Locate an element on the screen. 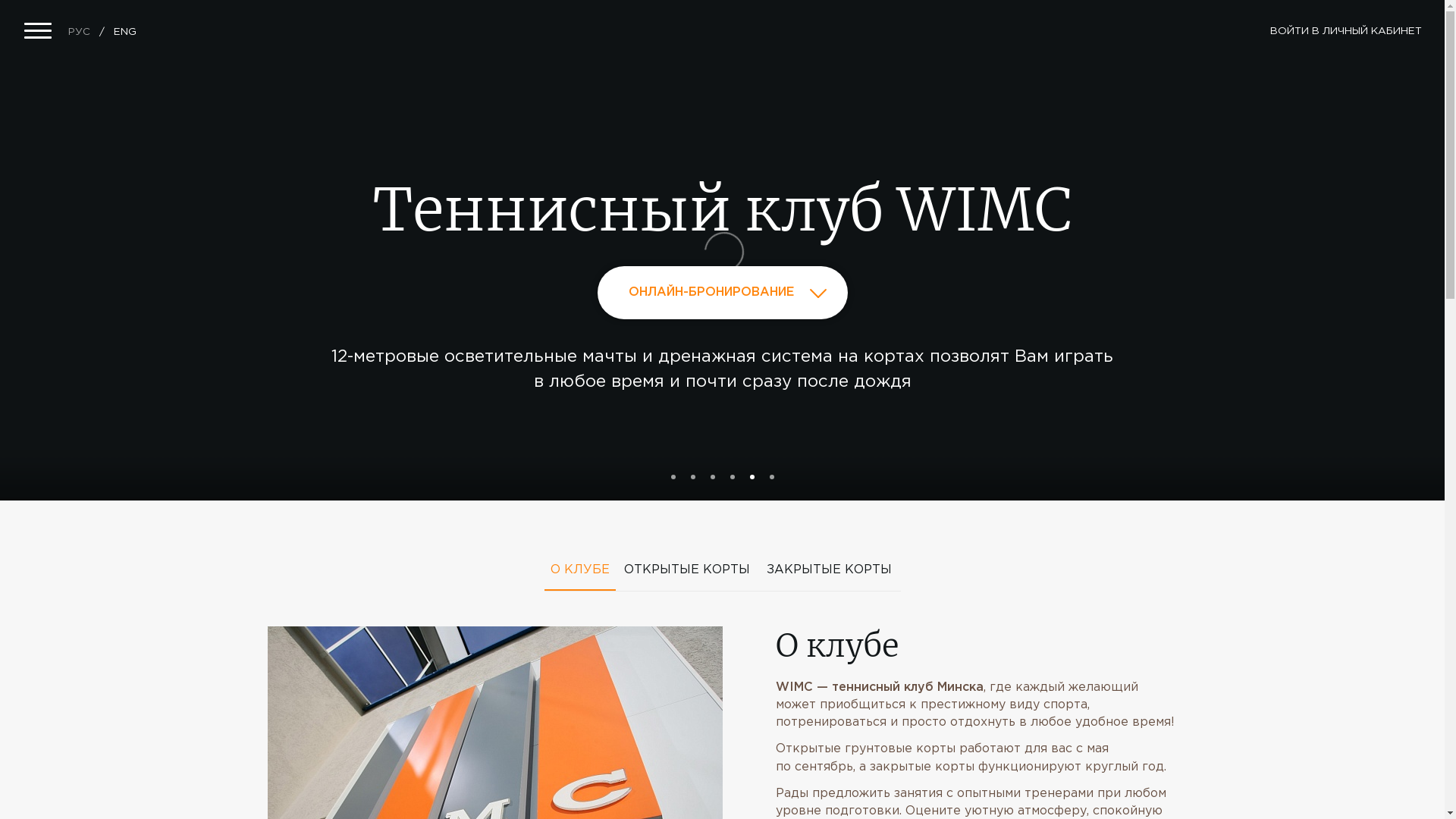 Image resolution: width=1456 pixels, height=819 pixels. 'Prev' is located at coordinates (167, 256).